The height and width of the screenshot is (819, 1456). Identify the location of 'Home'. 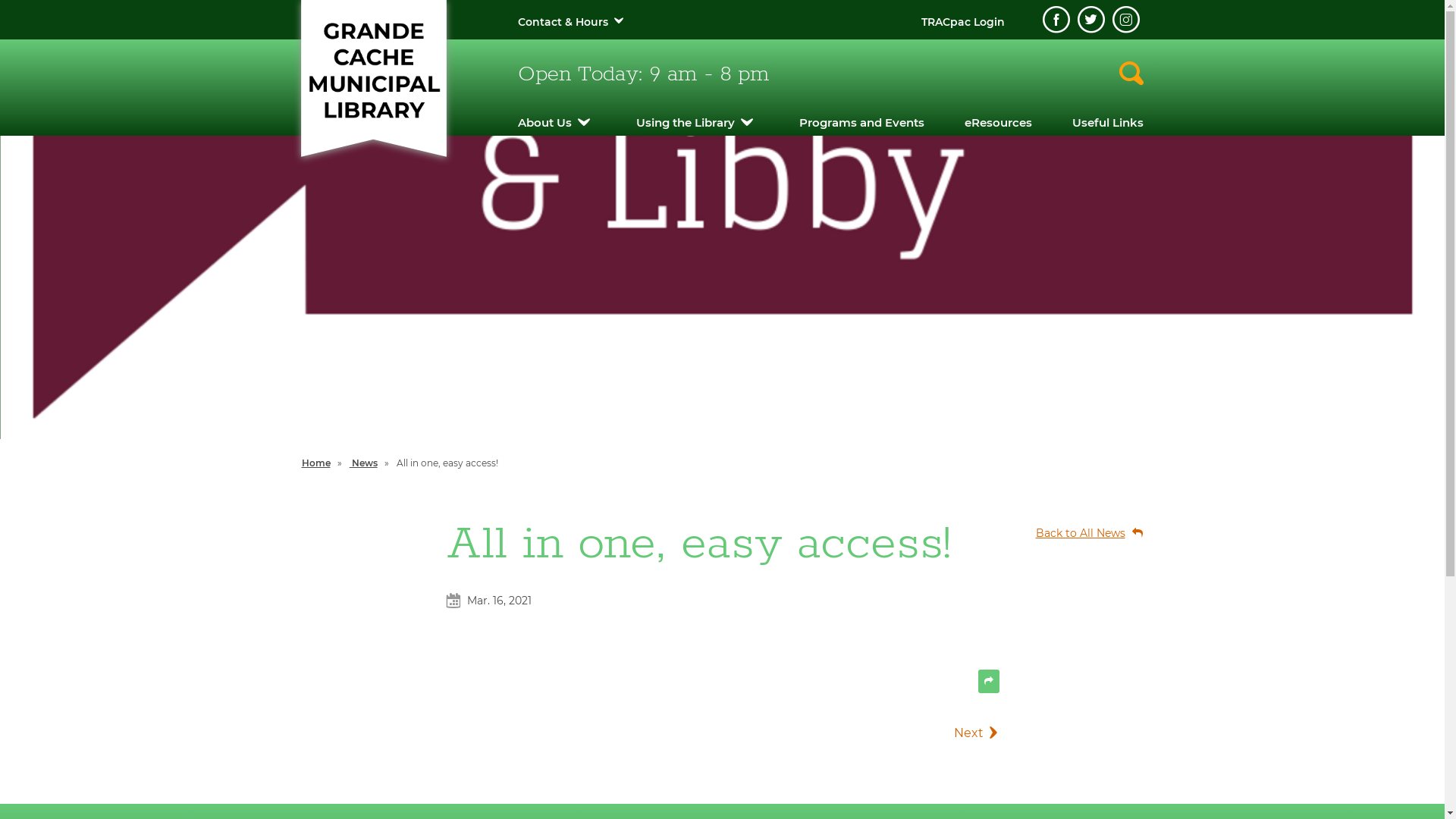
(315, 462).